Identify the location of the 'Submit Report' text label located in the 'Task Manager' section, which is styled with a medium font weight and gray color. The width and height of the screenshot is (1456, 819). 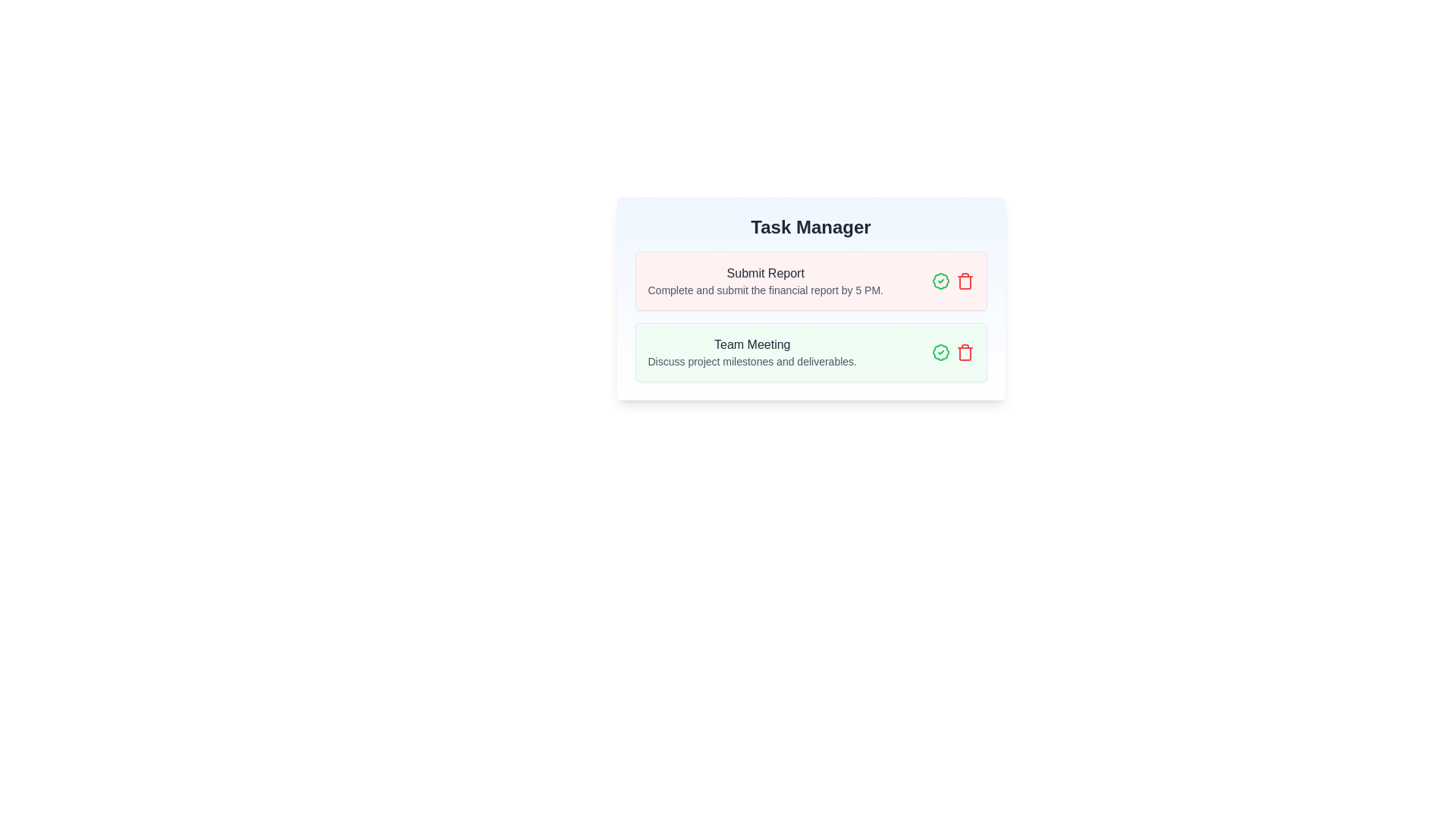
(765, 274).